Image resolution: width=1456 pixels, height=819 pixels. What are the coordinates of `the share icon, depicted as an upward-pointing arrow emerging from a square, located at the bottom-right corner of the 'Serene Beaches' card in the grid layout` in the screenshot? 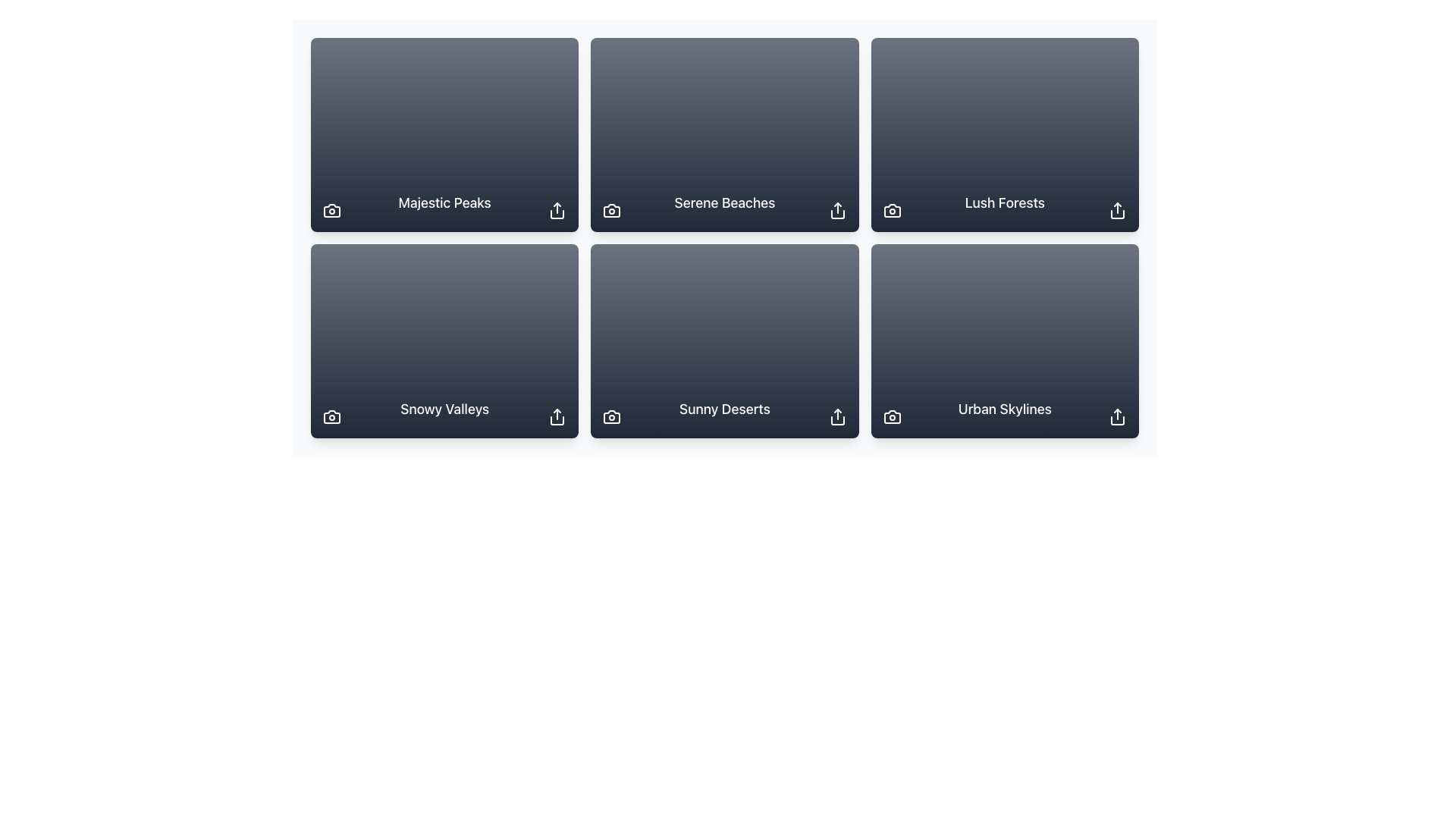 It's located at (836, 210).